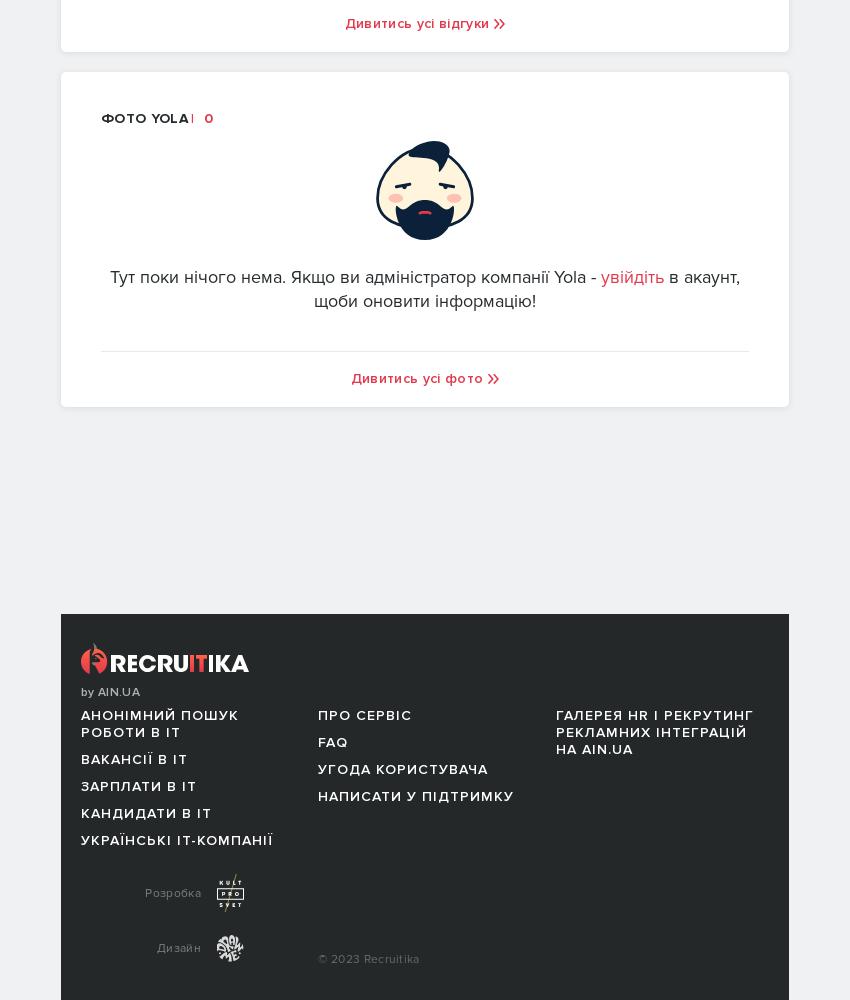 The image size is (850, 1000). What do you see at coordinates (134, 759) in the screenshot?
I see `'Вакансії в IT'` at bounding box center [134, 759].